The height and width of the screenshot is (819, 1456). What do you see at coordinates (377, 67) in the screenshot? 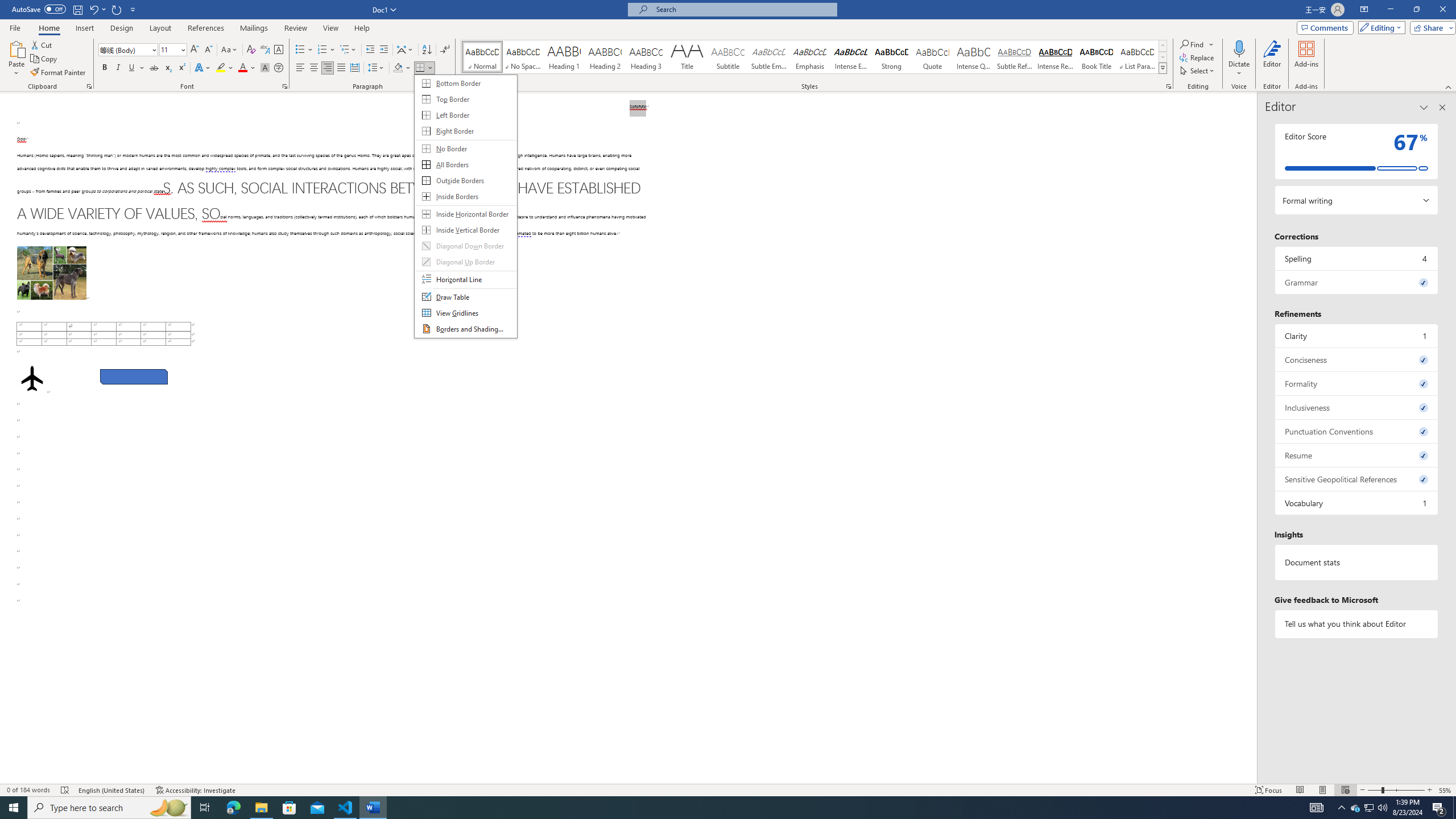
I see `'Line and Paragraph Spacing'` at bounding box center [377, 67].